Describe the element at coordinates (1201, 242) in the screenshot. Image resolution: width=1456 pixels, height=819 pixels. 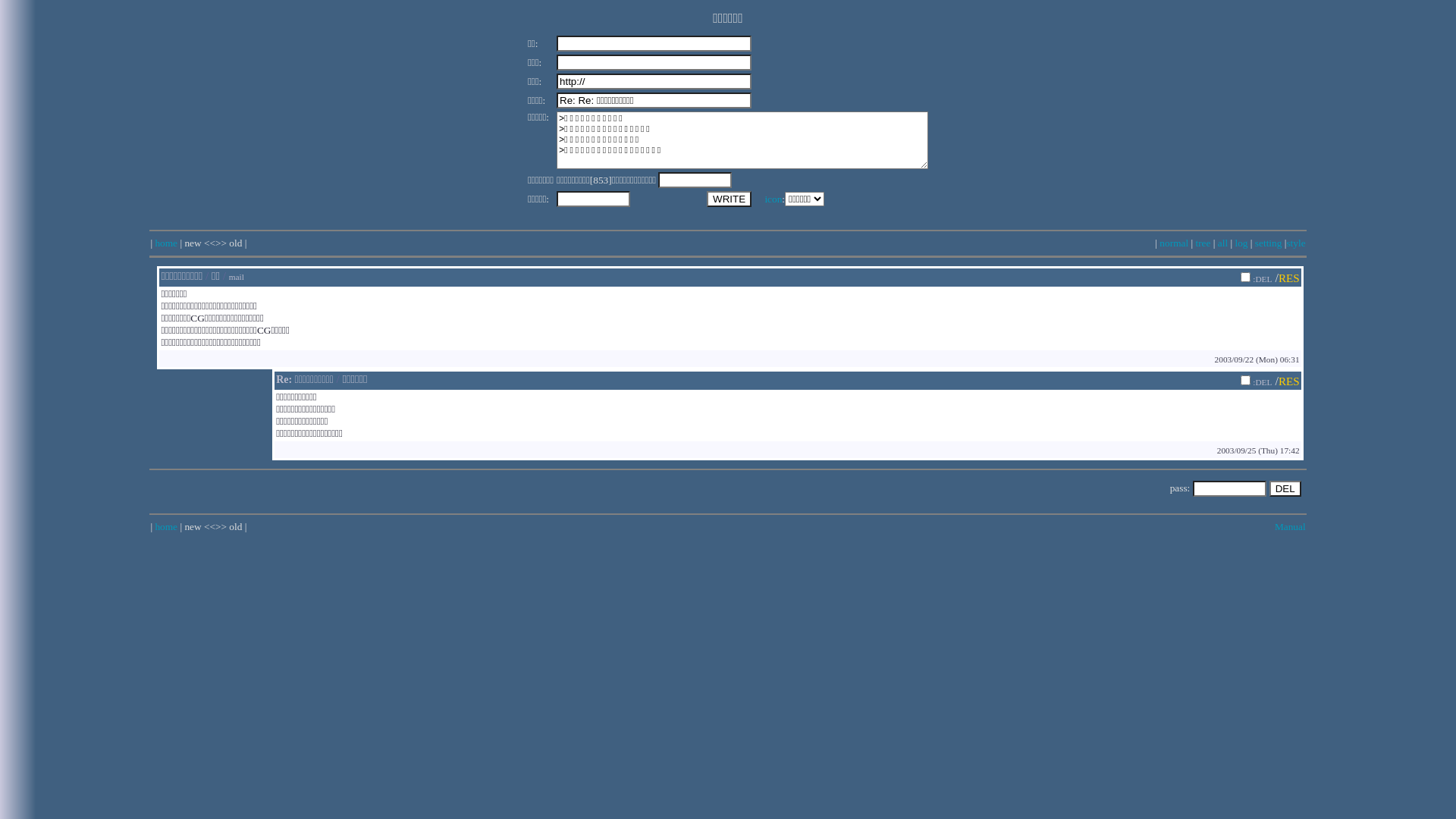
I see `'tree'` at that location.